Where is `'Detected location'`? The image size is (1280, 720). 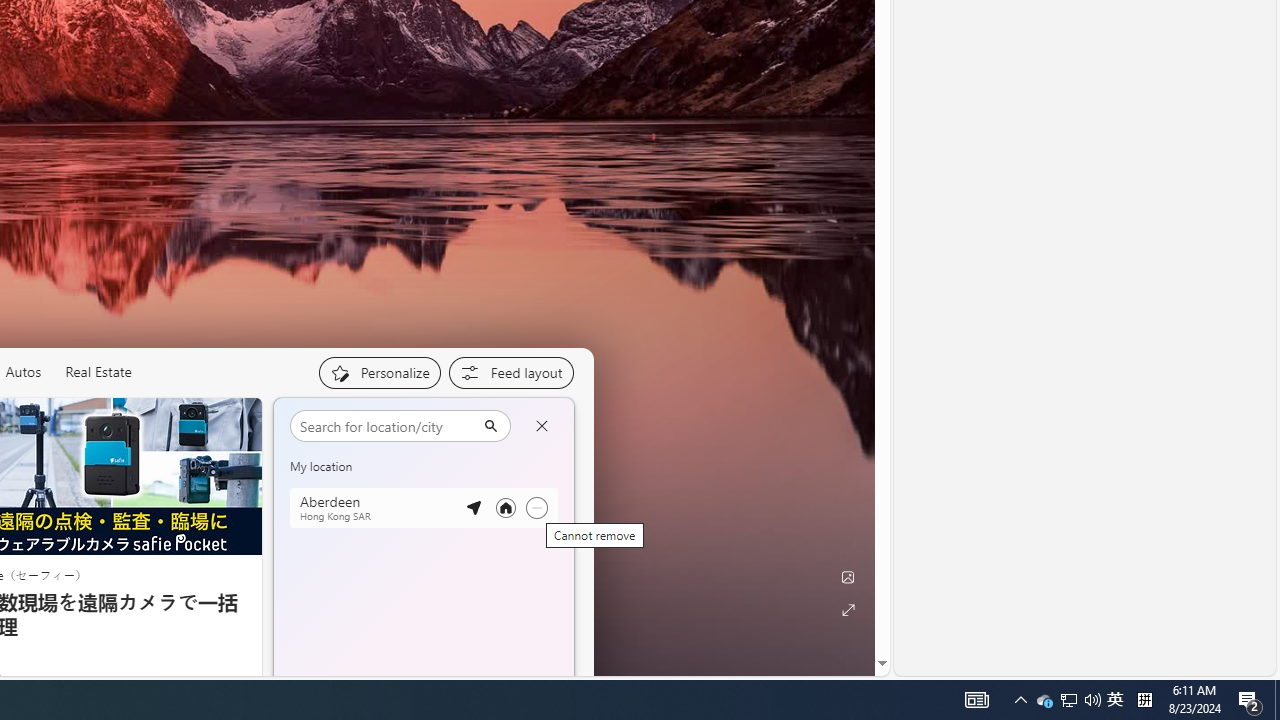
'Detected location' is located at coordinates (472, 506).